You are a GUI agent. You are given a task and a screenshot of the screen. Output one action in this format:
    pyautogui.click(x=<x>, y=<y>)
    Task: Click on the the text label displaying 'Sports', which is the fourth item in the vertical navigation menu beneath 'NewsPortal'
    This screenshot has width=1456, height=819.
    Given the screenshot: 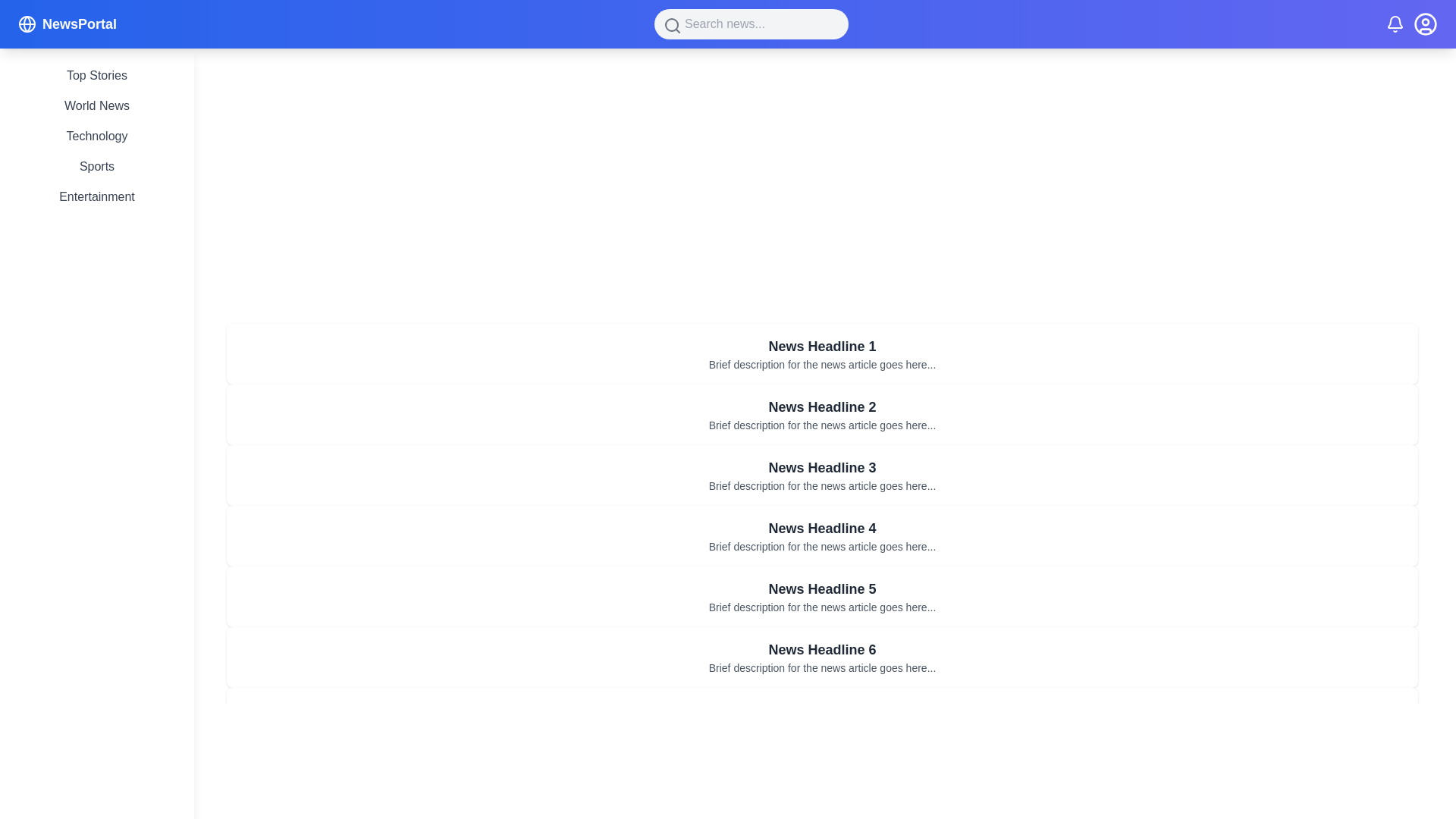 What is the action you would take?
    pyautogui.click(x=96, y=166)
    